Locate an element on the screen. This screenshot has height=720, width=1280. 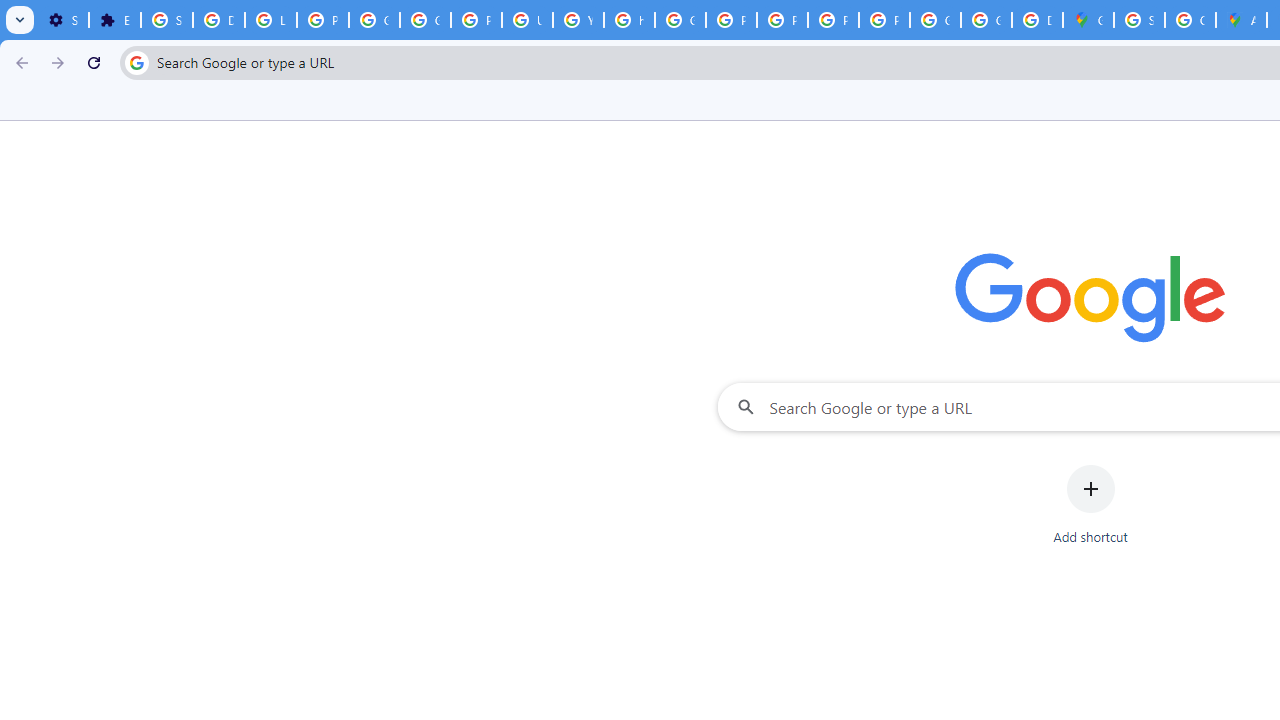
'Google Maps' is located at coordinates (1087, 20).